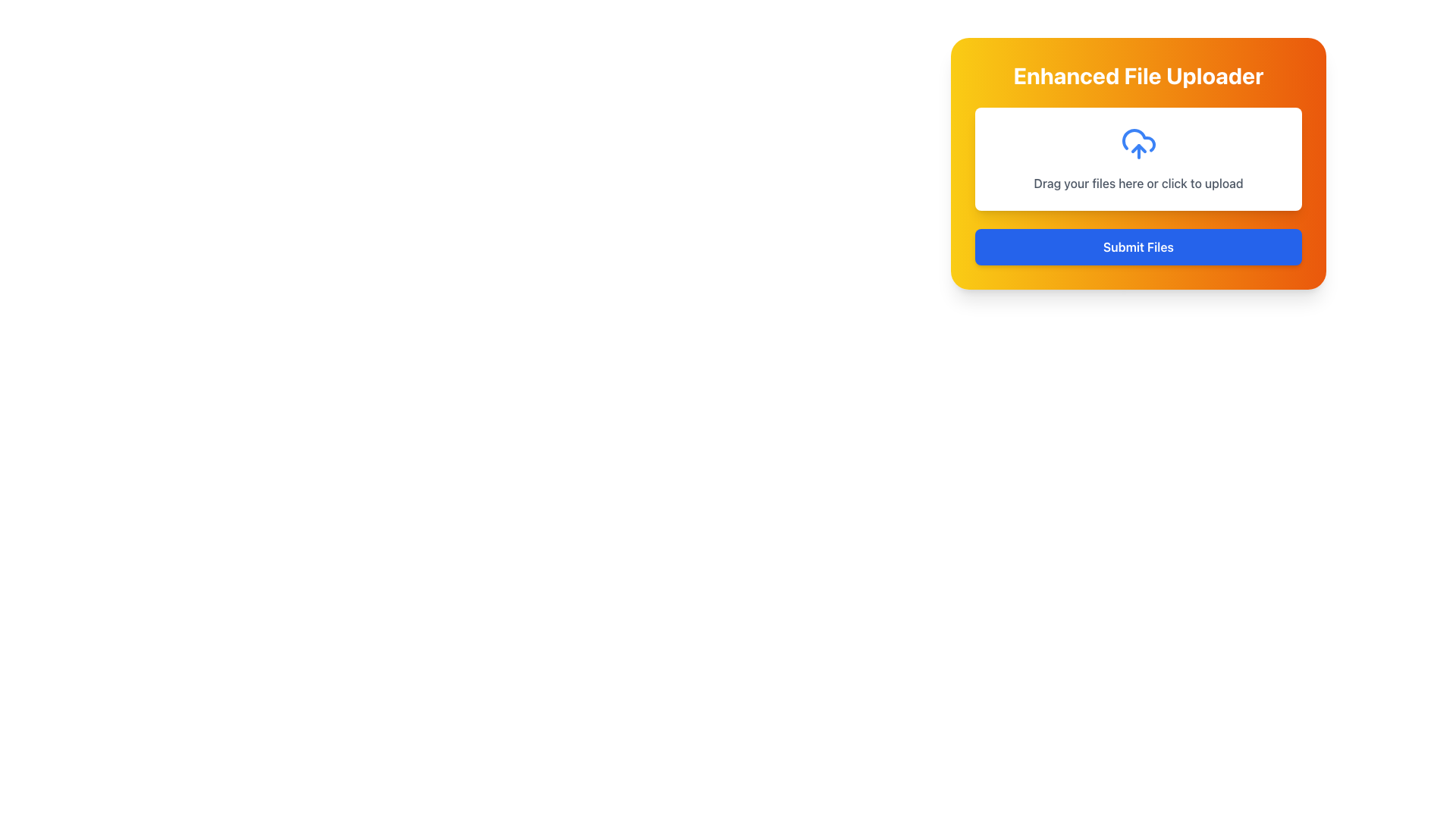 The width and height of the screenshot is (1456, 819). I want to click on the input field within the vibrant Composite card containing a file upload prompt, so click(1138, 164).